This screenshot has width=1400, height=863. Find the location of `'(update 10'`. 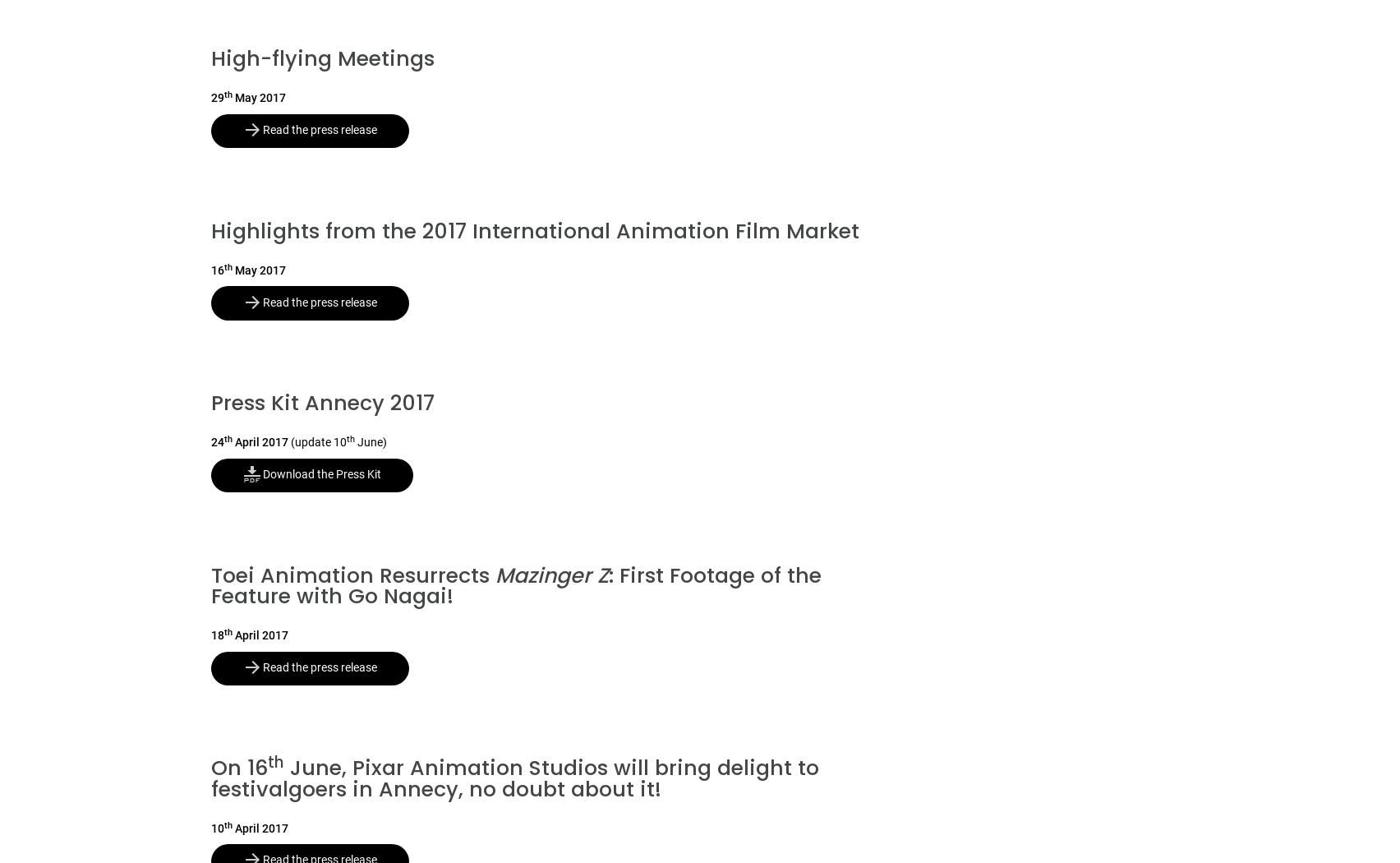

'(update 10' is located at coordinates (318, 442).